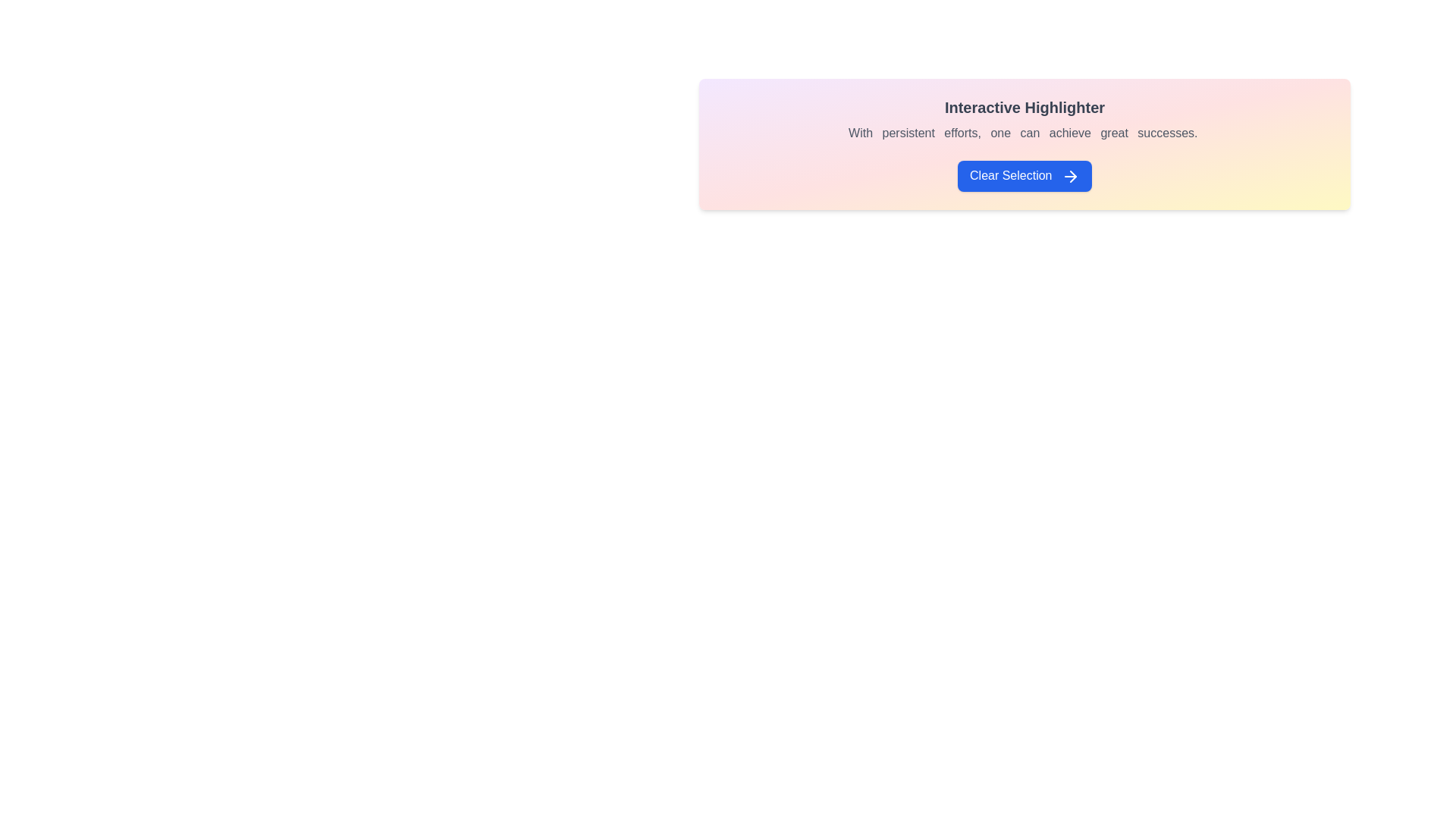  What do you see at coordinates (910, 132) in the screenshot?
I see `the text element 'persistent' which is styled with a cursor-pointer and is located between the words 'With' and 'efforts' in the sentence` at bounding box center [910, 132].